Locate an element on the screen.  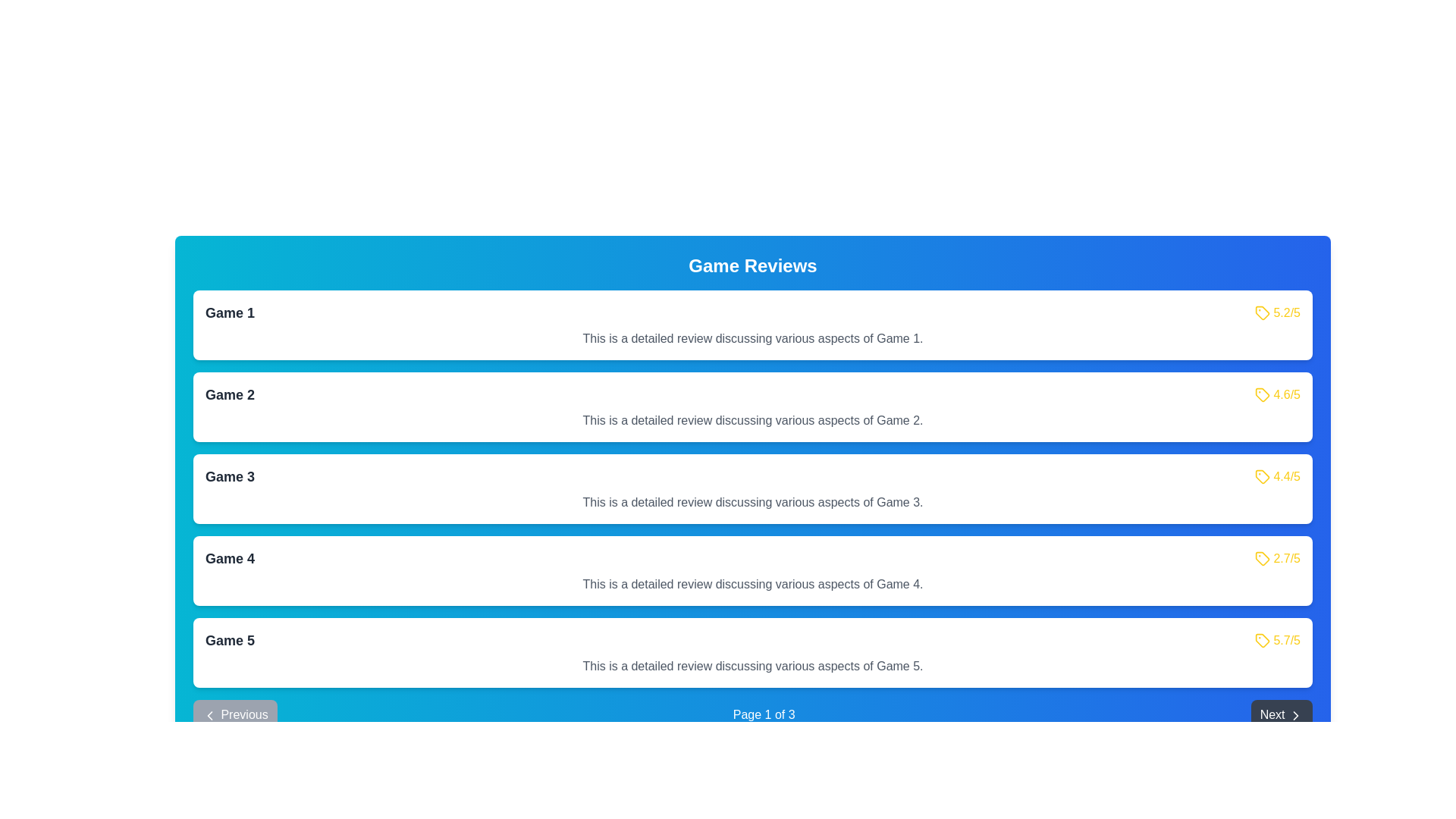
the leftward-pointing chevron icon in the pagination bar is located at coordinates (209, 714).